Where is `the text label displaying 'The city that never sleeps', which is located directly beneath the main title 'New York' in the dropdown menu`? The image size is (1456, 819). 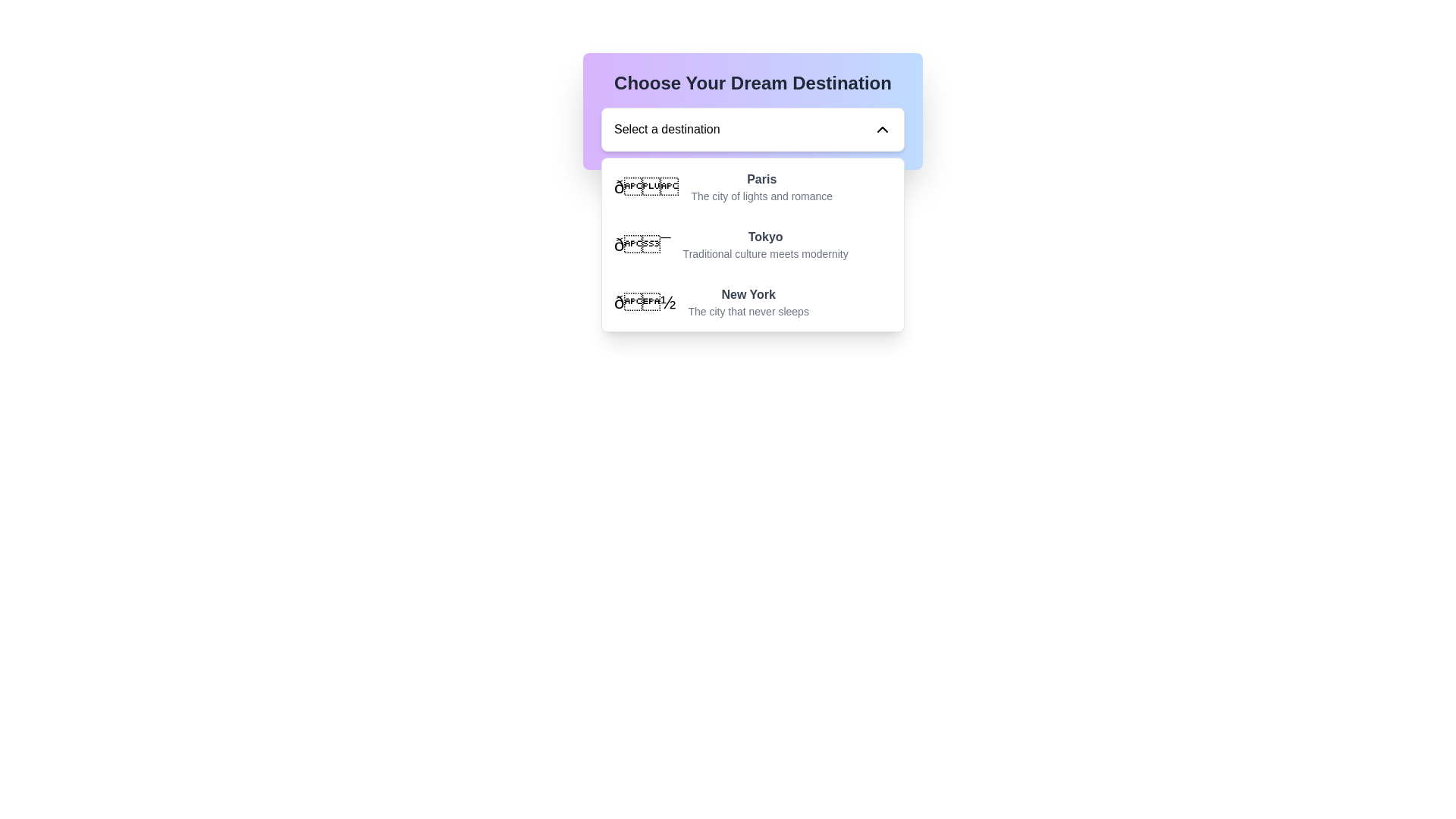 the text label displaying 'The city that never sleeps', which is located directly beneath the main title 'New York' in the dropdown menu is located at coordinates (748, 311).